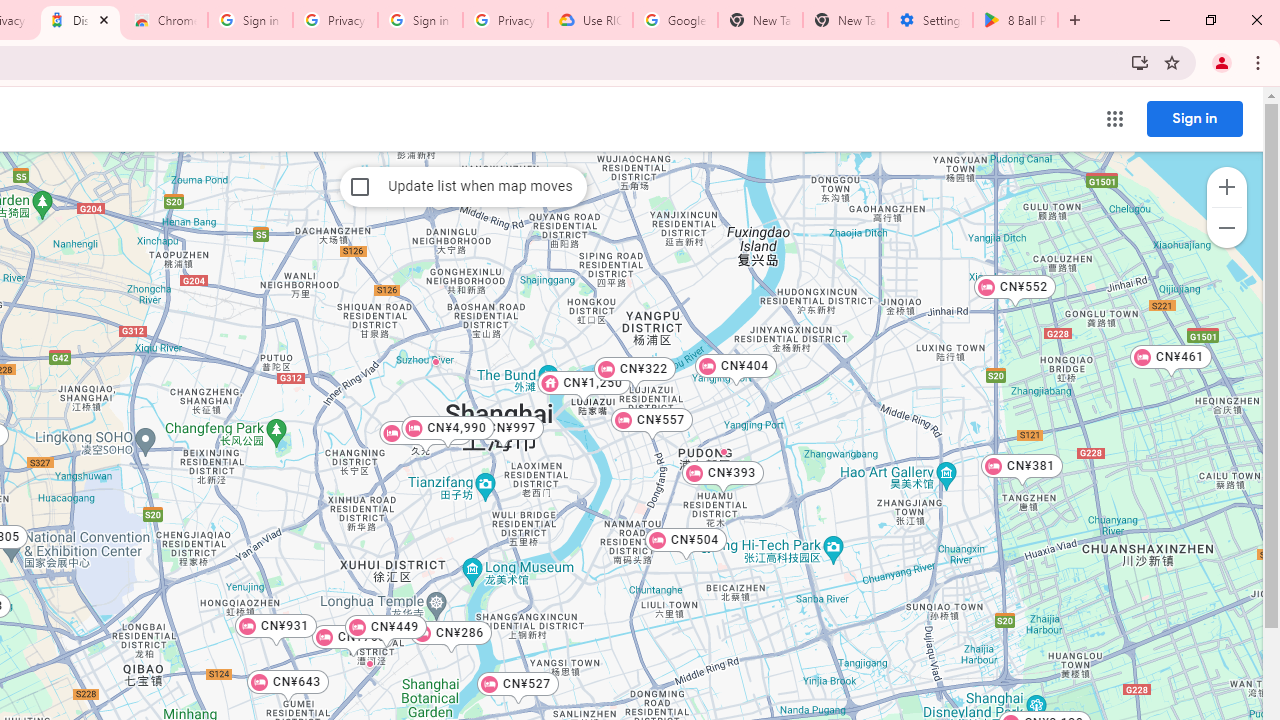 The image size is (1280, 720). Describe the element at coordinates (369, 663) in the screenshot. I see `'Junting Hotel'` at that location.